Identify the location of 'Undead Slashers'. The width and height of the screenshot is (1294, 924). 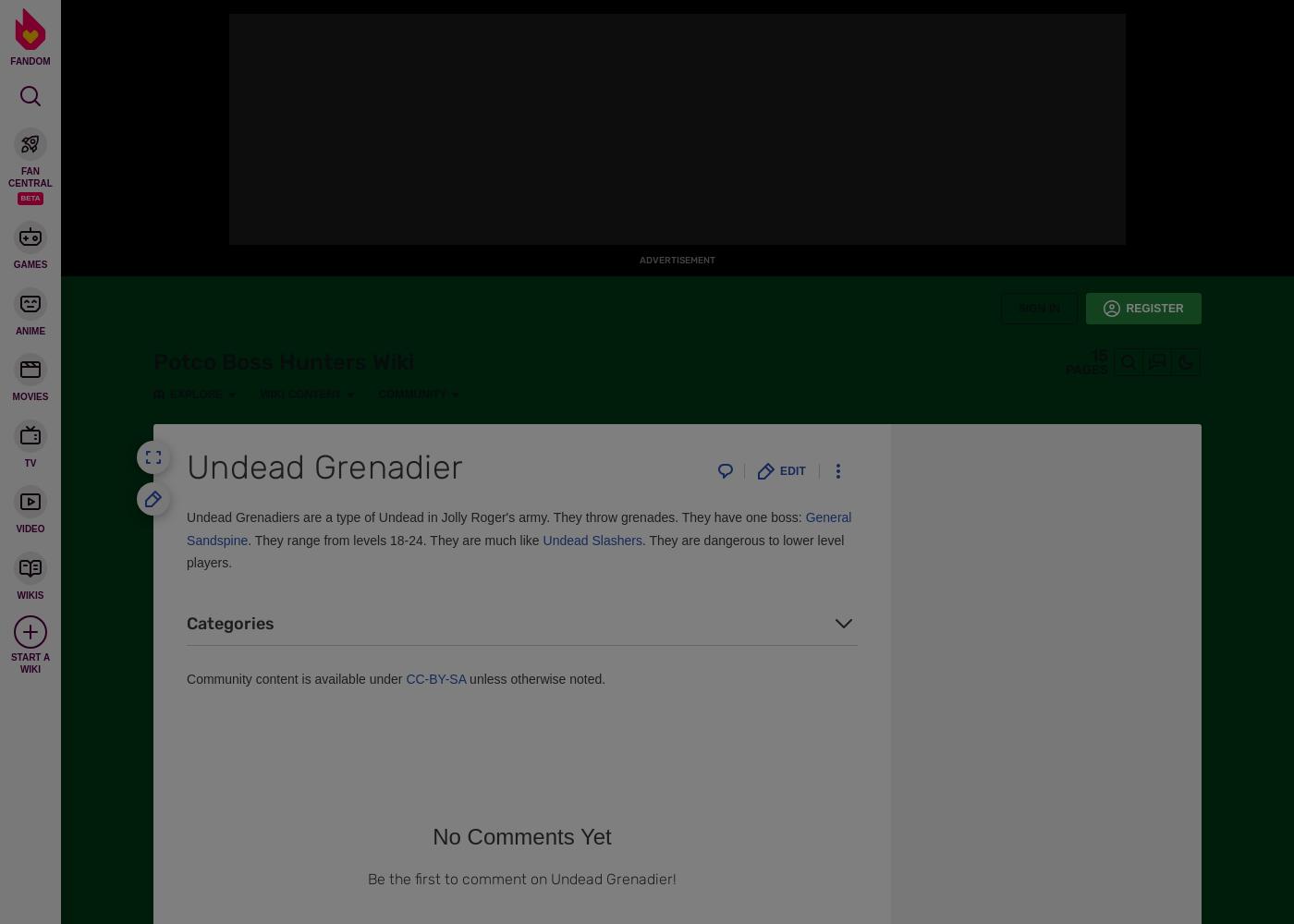
(592, 539).